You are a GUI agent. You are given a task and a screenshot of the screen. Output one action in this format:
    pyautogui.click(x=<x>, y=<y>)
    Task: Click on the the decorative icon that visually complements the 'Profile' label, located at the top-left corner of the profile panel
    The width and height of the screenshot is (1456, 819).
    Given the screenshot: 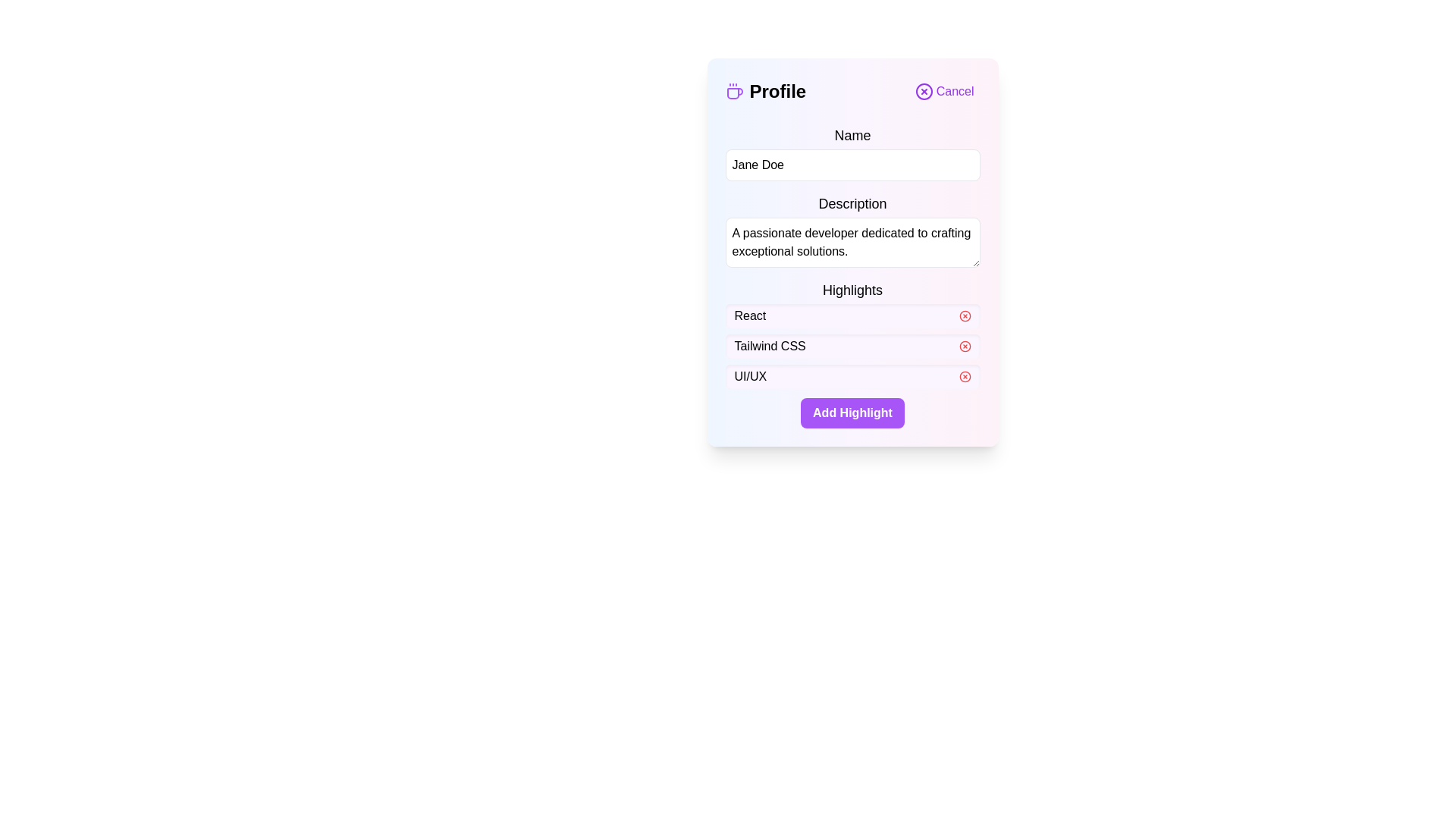 What is the action you would take?
    pyautogui.click(x=734, y=91)
    